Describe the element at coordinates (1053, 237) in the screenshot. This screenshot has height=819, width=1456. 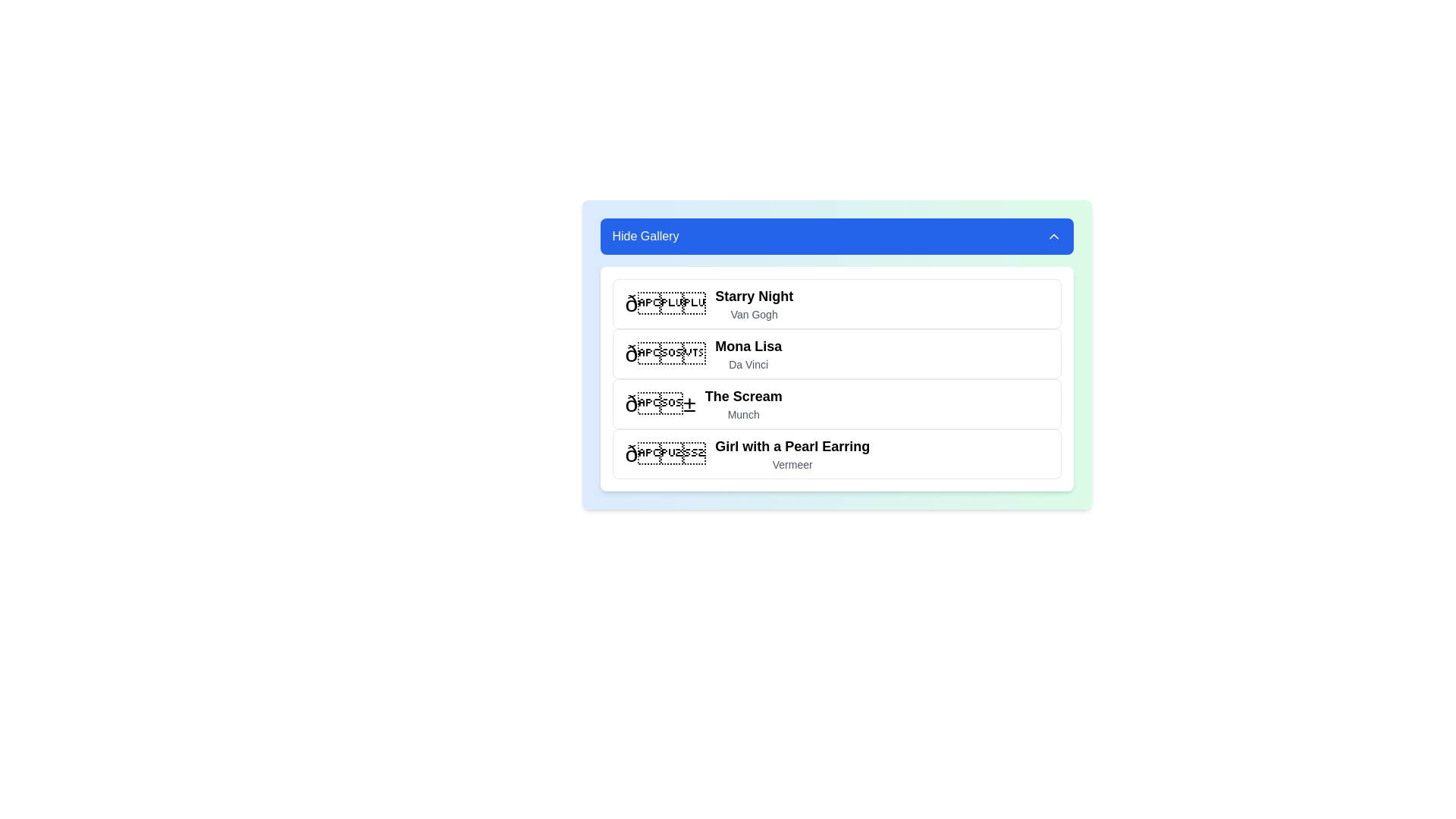
I see `the upward-pointing chevron icon located in the top right corner of the blue bar labeled 'Hide Gallery'` at that location.